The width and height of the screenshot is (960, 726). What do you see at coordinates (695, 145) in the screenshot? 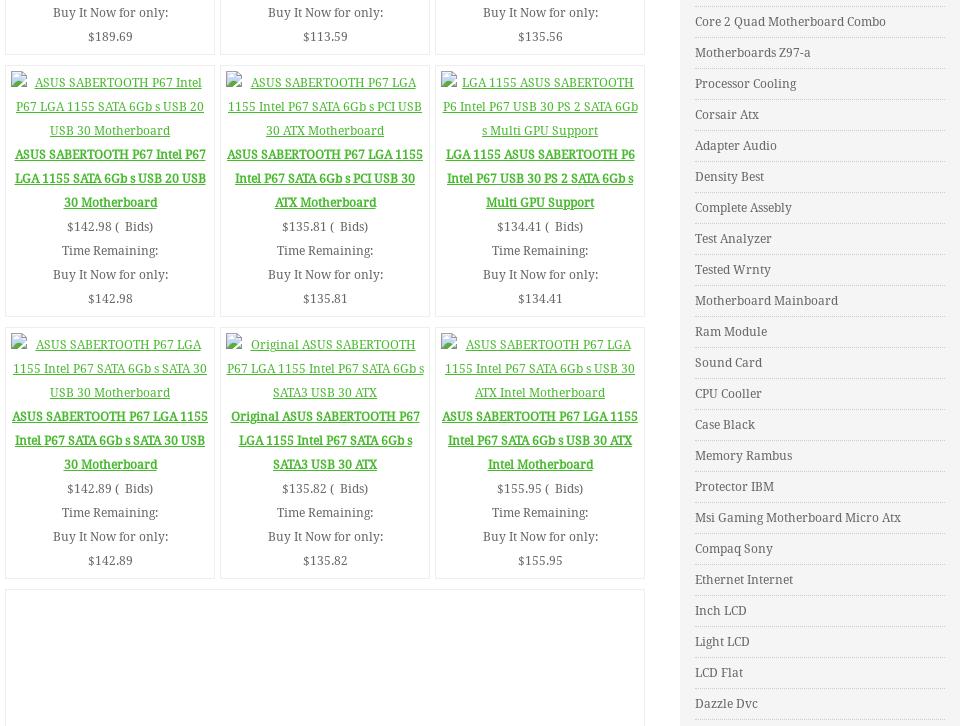
I see `'Adapter Audio'` at bounding box center [695, 145].